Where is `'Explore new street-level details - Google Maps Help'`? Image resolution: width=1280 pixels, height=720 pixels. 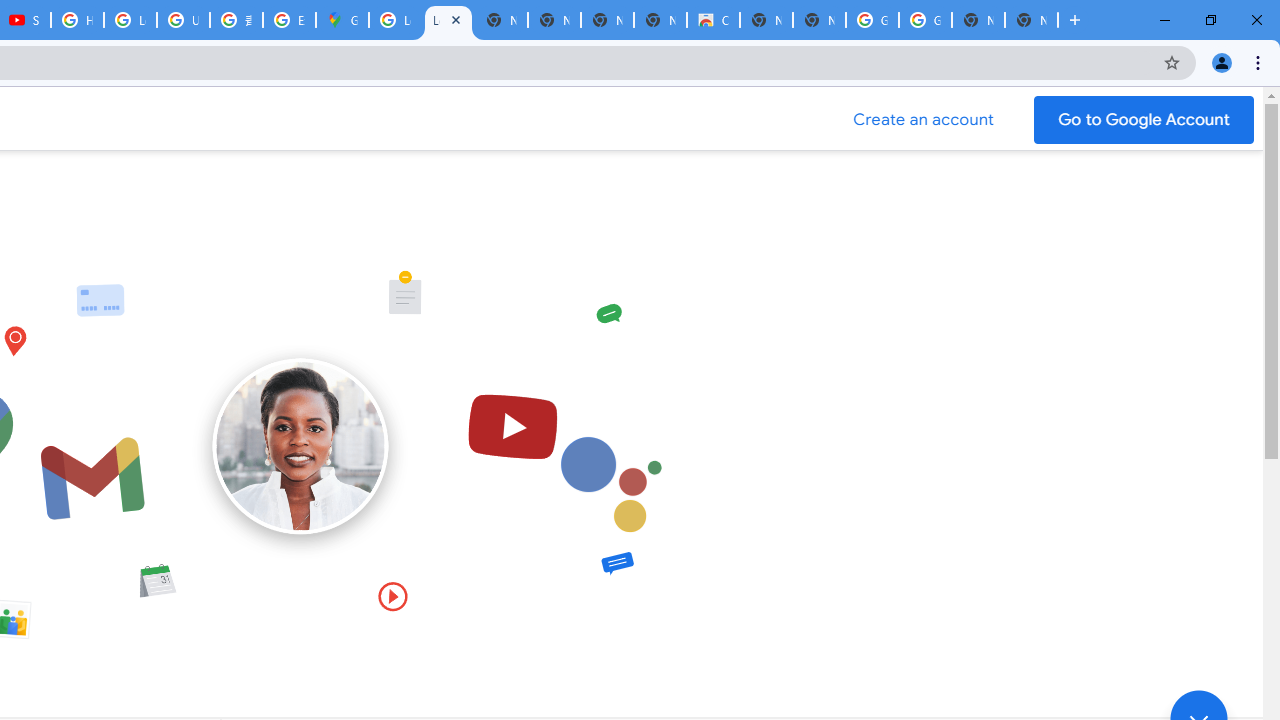 'Explore new street-level details - Google Maps Help' is located at coordinates (288, 20).